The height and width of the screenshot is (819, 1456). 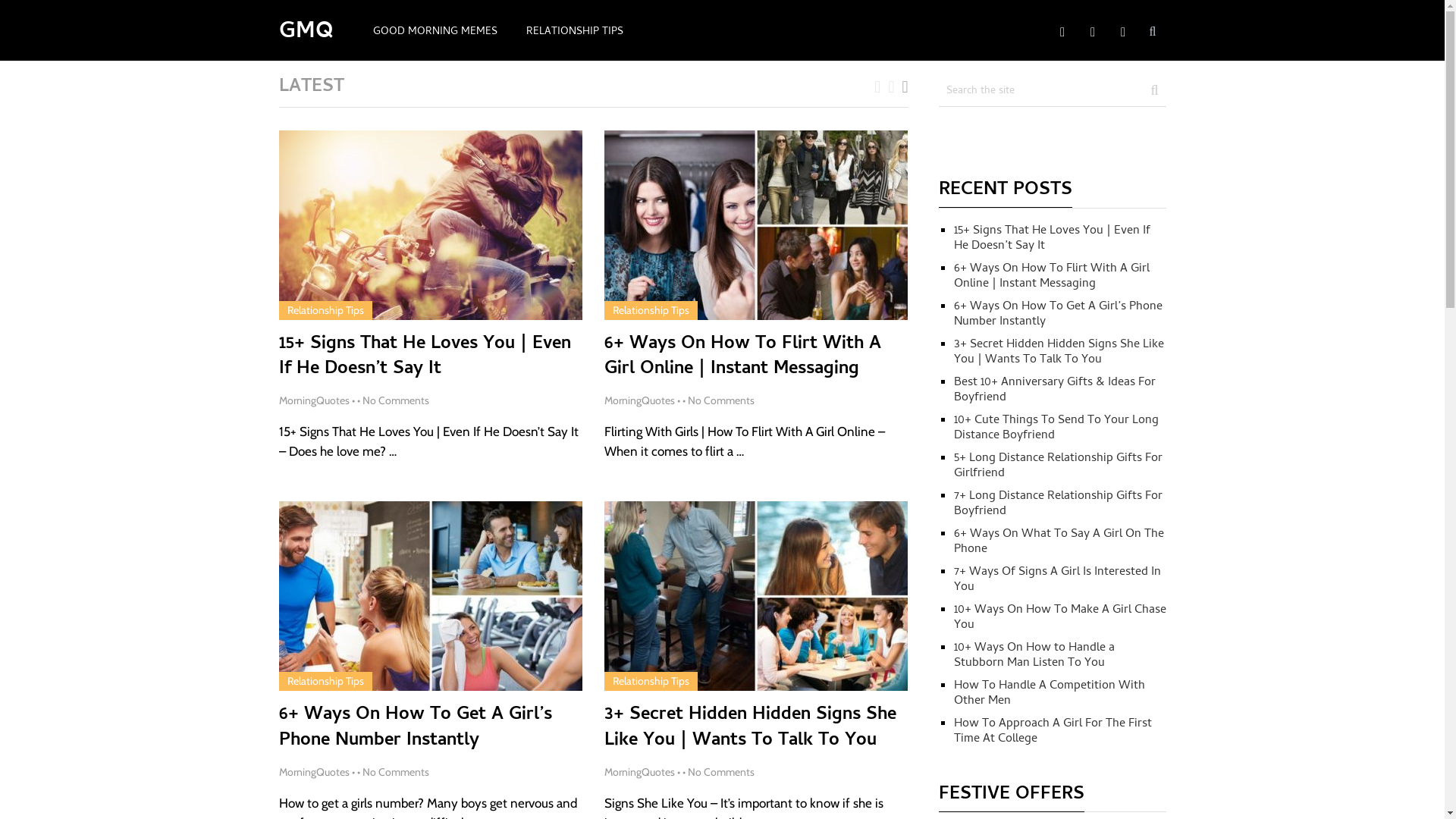 I want to click on 'No Comments', so click(x=687, y=400).